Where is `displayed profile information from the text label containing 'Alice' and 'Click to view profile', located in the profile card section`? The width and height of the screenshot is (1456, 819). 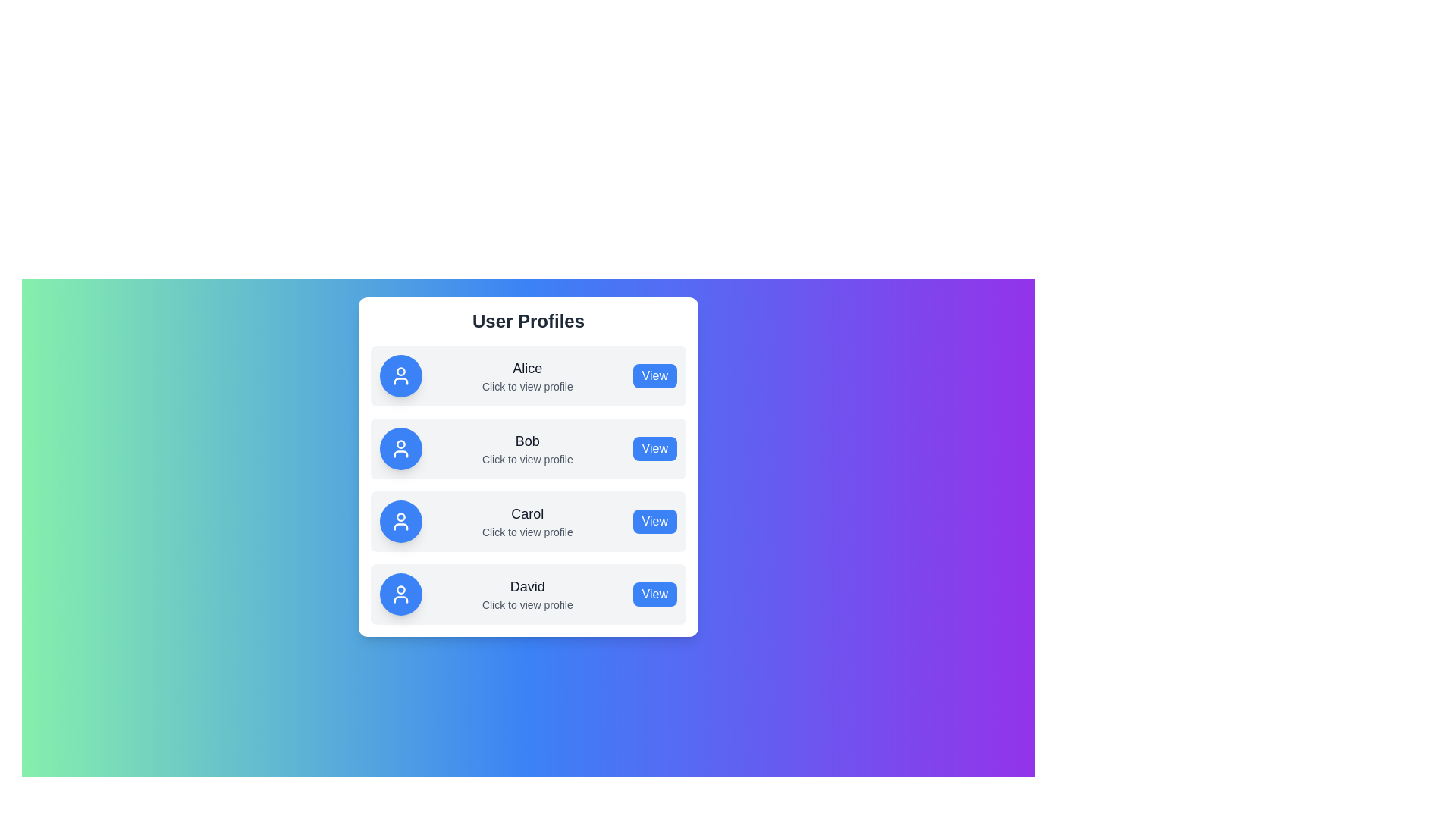 displayed profile information from the text label containing 'Alice' and 'Click to view profile', located in the profile card section is located at coordinates (527, 375).